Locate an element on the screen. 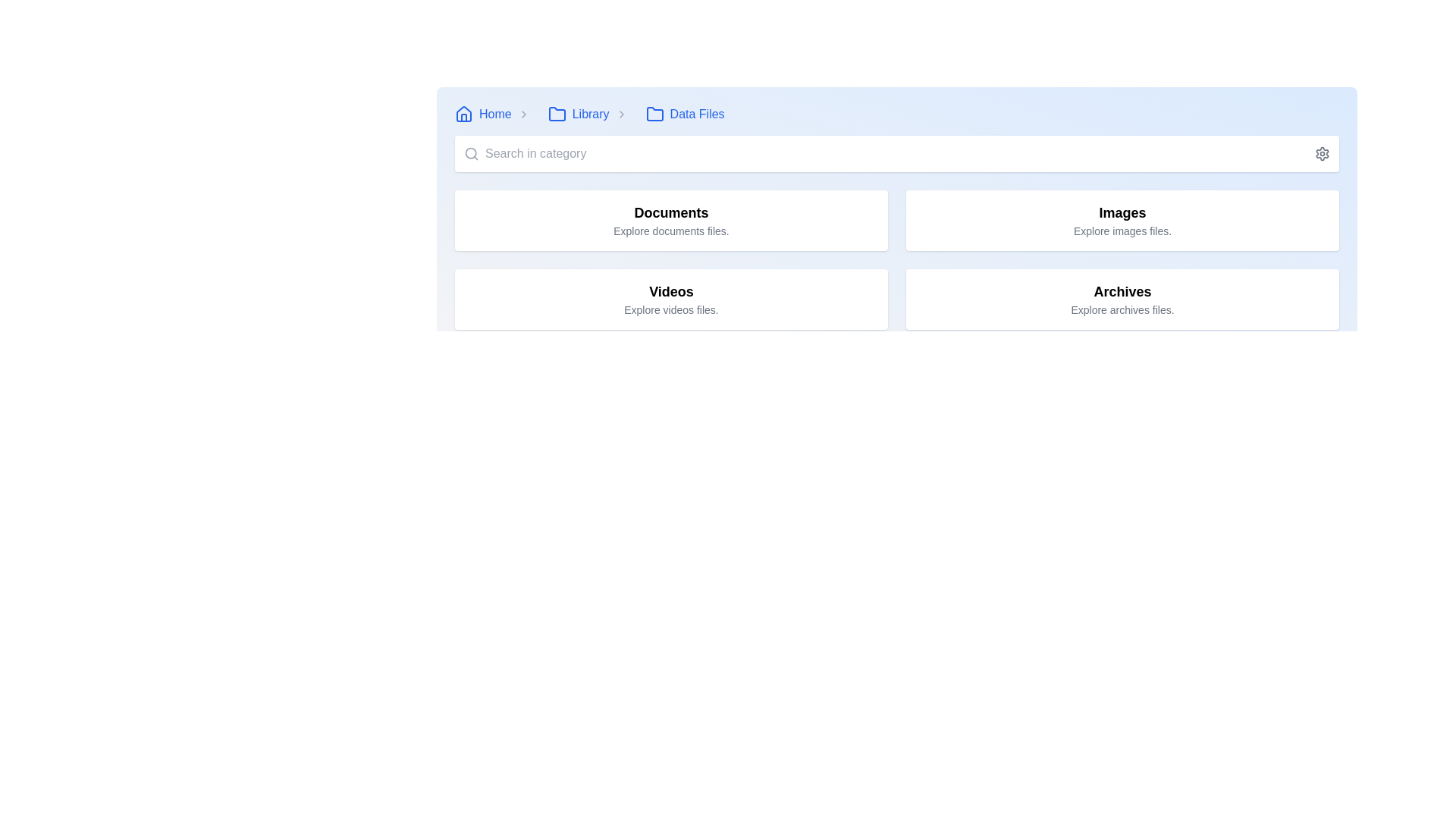 The width and height of the screenshot is (1456, 819). the Card component located in the top-left quadrant of the grid is located at coordinates (670, 220).